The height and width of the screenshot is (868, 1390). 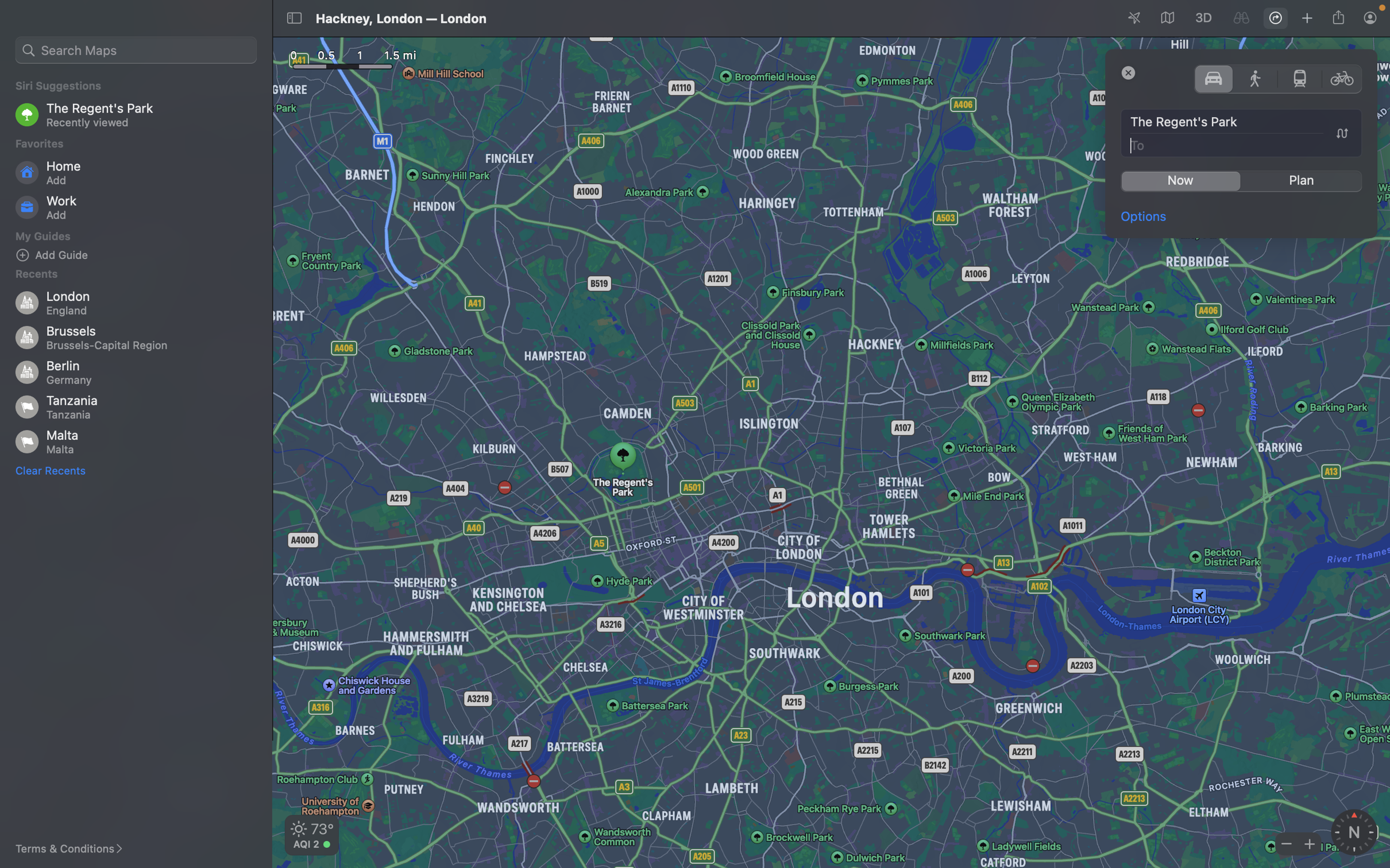 What do you see at coordinates (1242, 122) in the screenshot?
I see `Click the "start location" box and type in "New York City", then confirm by pressing enter` at bounding box center [1242, 122].